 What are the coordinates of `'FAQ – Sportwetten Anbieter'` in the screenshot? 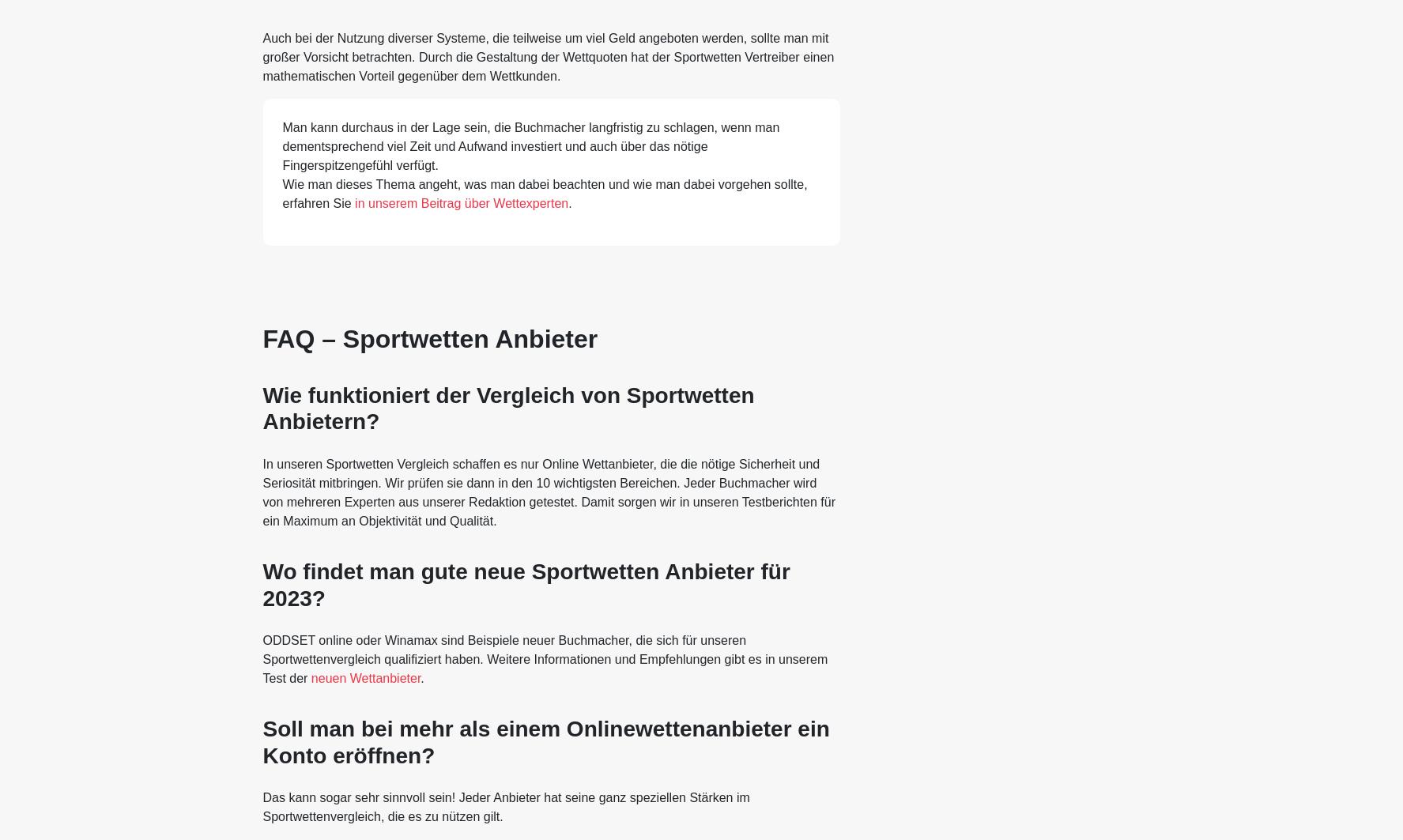 It's located at (429, 339).